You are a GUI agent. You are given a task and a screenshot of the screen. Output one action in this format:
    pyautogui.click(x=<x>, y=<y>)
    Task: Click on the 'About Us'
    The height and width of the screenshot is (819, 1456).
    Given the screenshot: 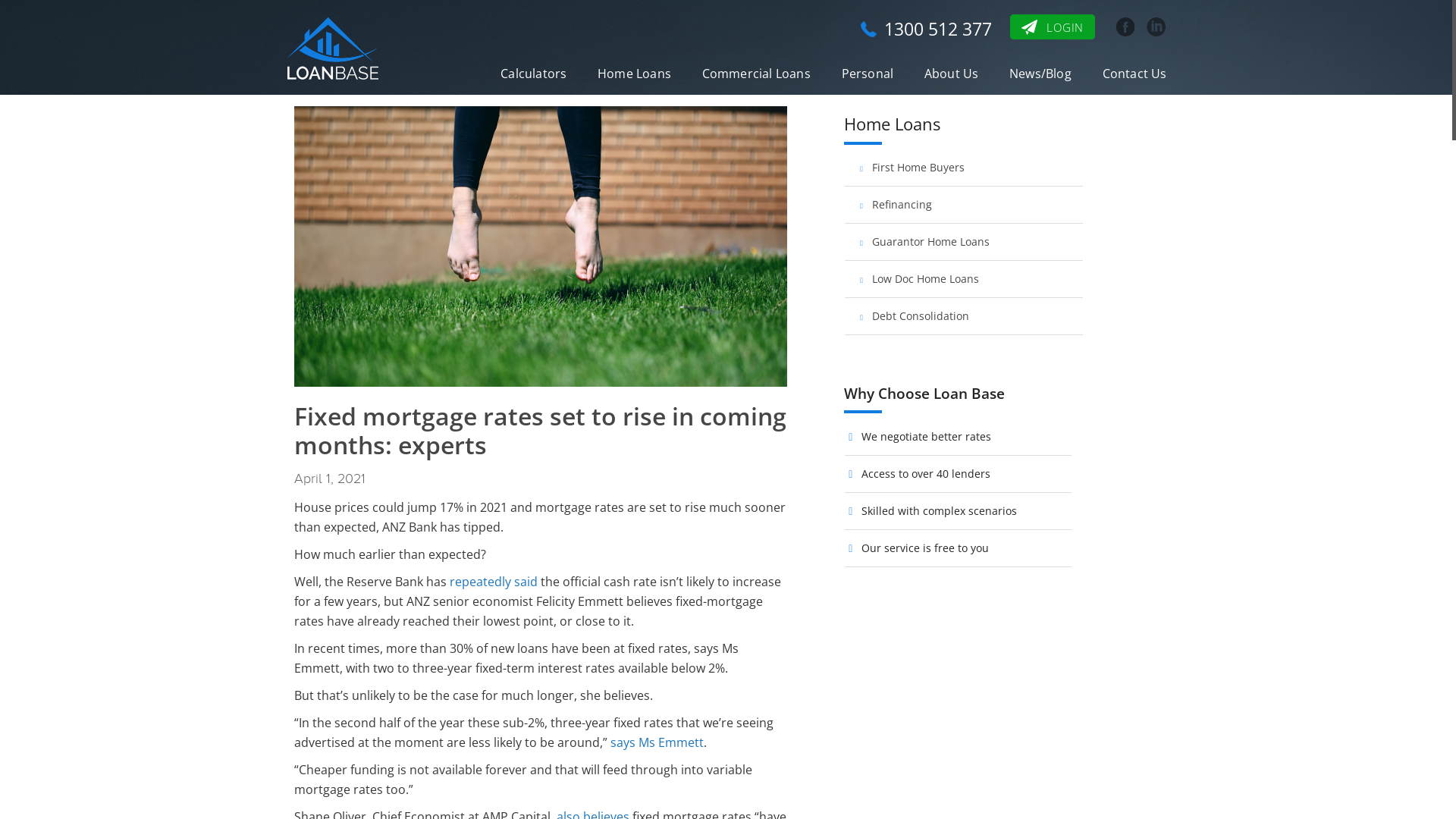 What is the action you would take?
    pyautogui.click(x=950, y=73)
    